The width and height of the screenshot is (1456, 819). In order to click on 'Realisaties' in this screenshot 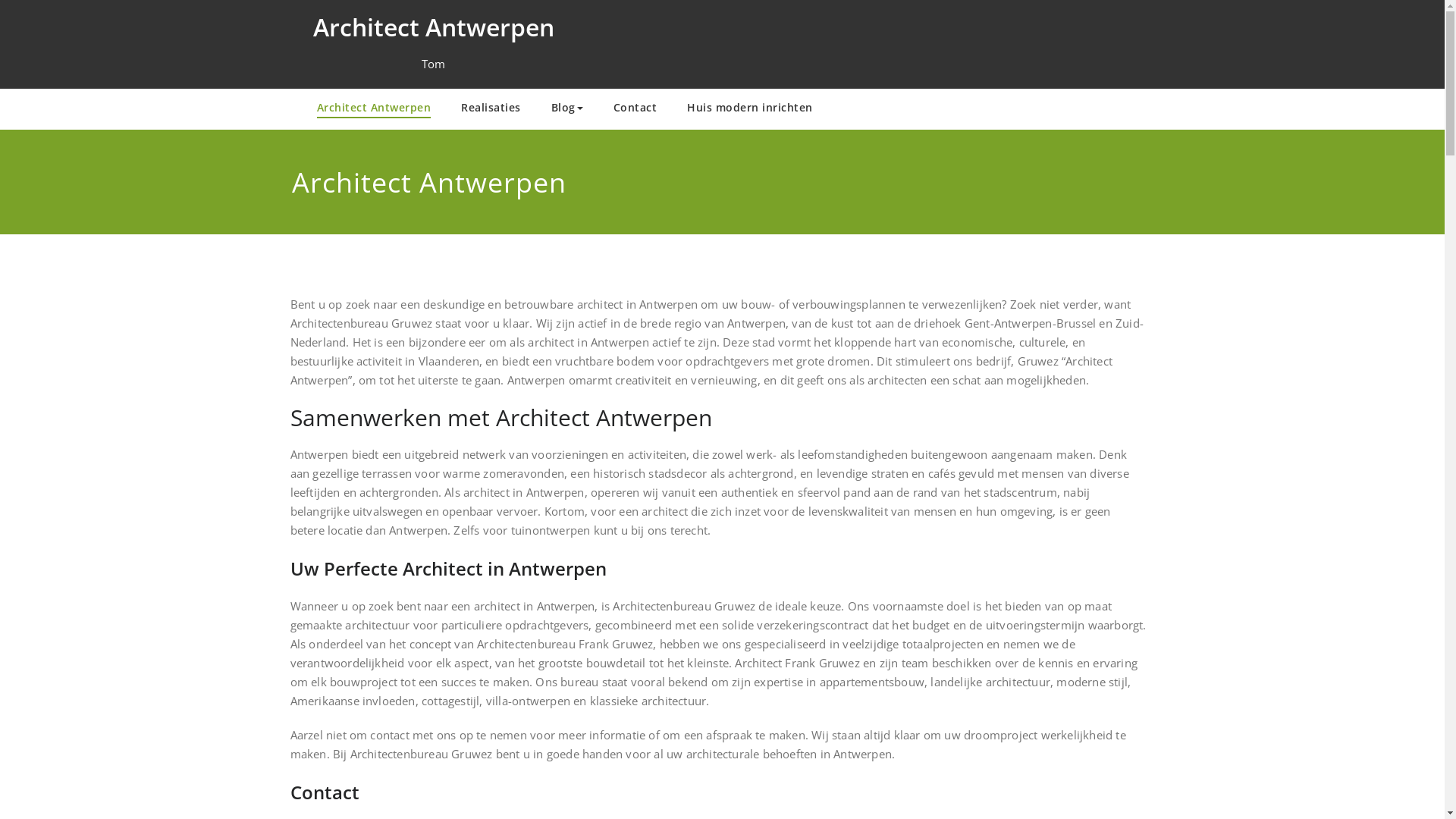, I will do `click(445, 108)`.